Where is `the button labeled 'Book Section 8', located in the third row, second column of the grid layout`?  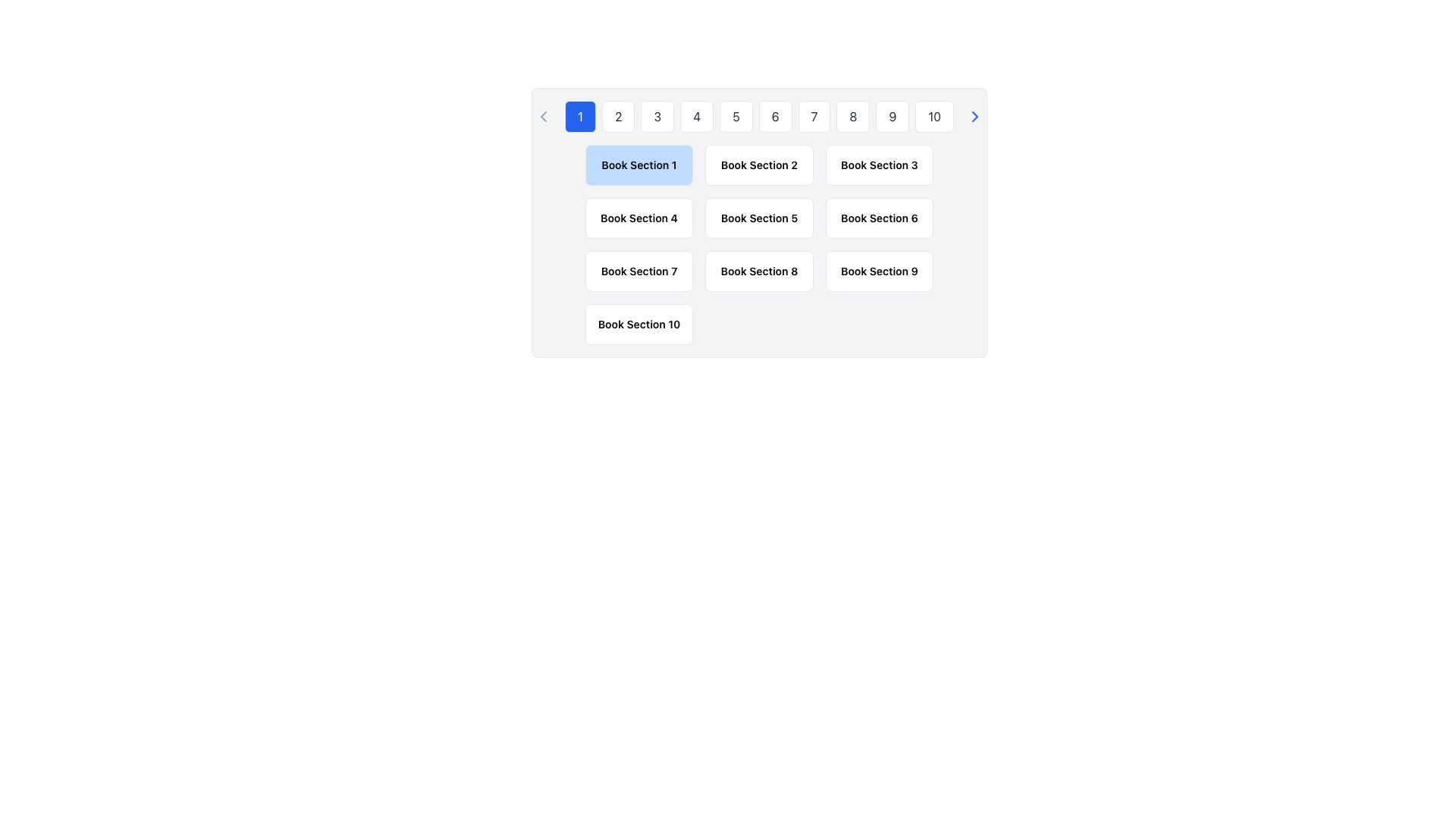 the button labeled 'Book Section 8', located in the third row, second column of the grid layout is located at coordinates (759, 271).